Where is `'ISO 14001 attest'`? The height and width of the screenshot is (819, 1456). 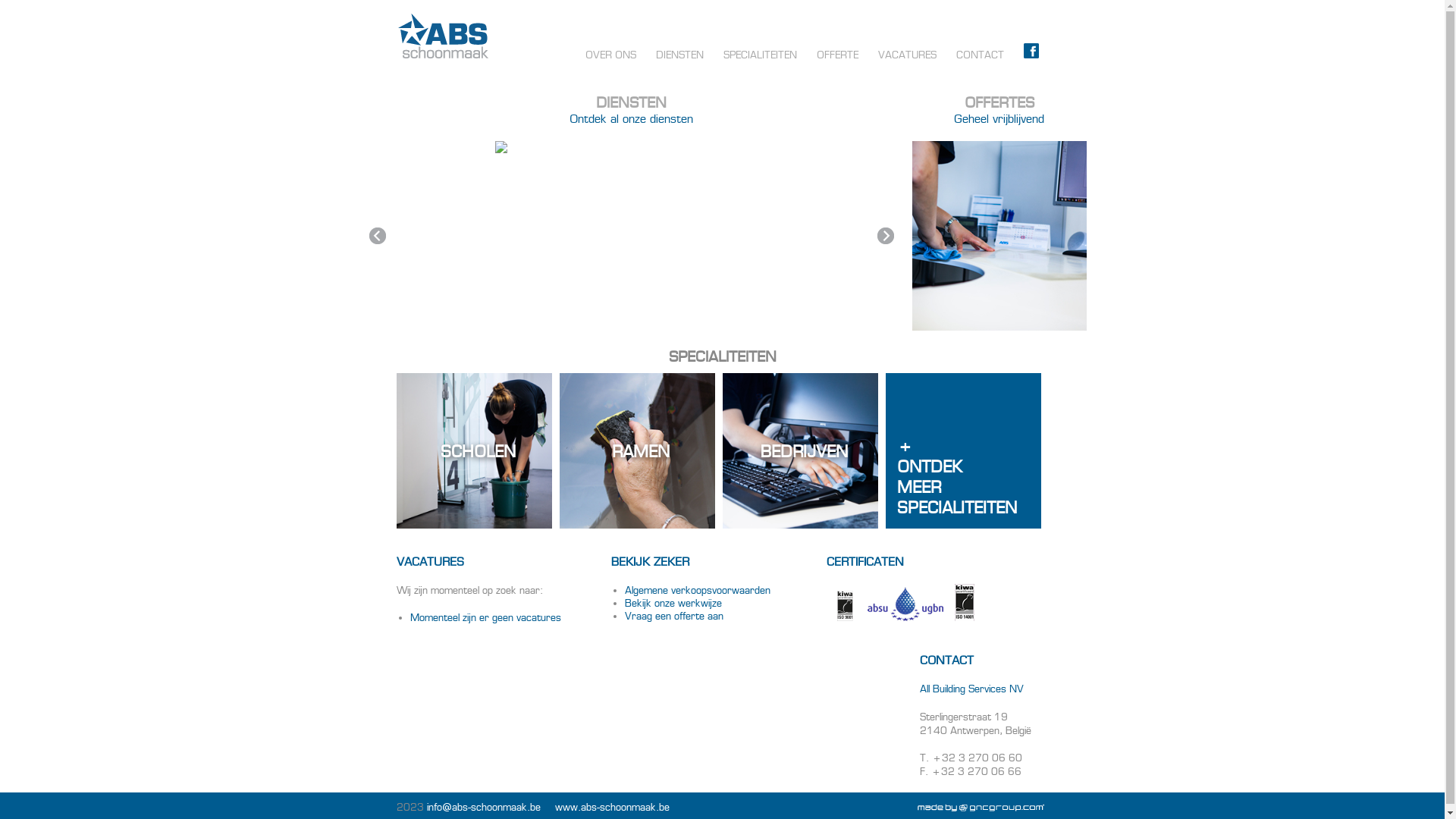
'ISO 14001 attest' is located at coordinates (964, 601).